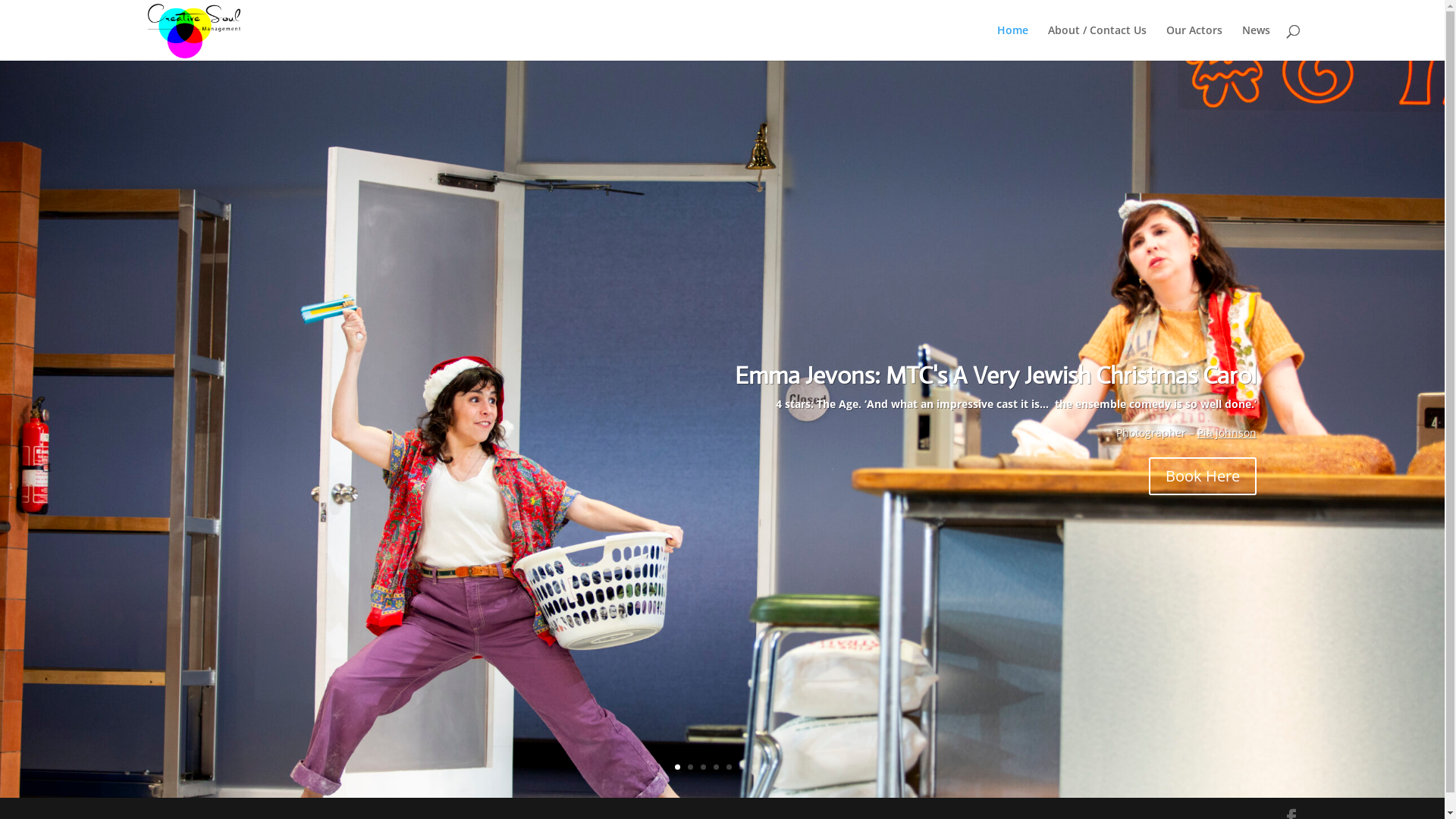 The width and height of the screenshot is (1456, 819). I want to click on 'News', so click(1256, 42).